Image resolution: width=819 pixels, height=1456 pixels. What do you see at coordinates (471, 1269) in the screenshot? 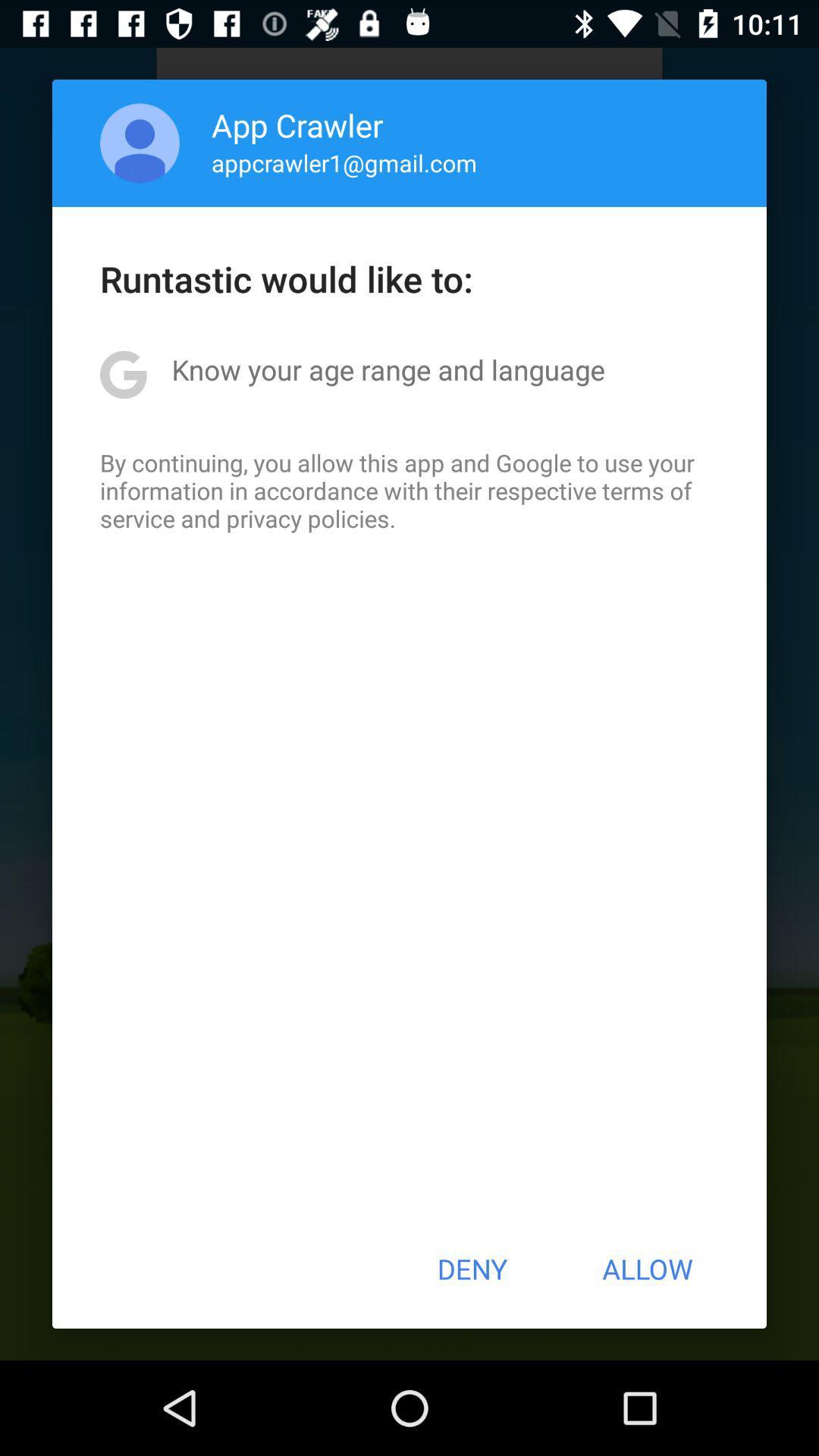
I see `button at the bottom` at bounding box center [471, 1269].